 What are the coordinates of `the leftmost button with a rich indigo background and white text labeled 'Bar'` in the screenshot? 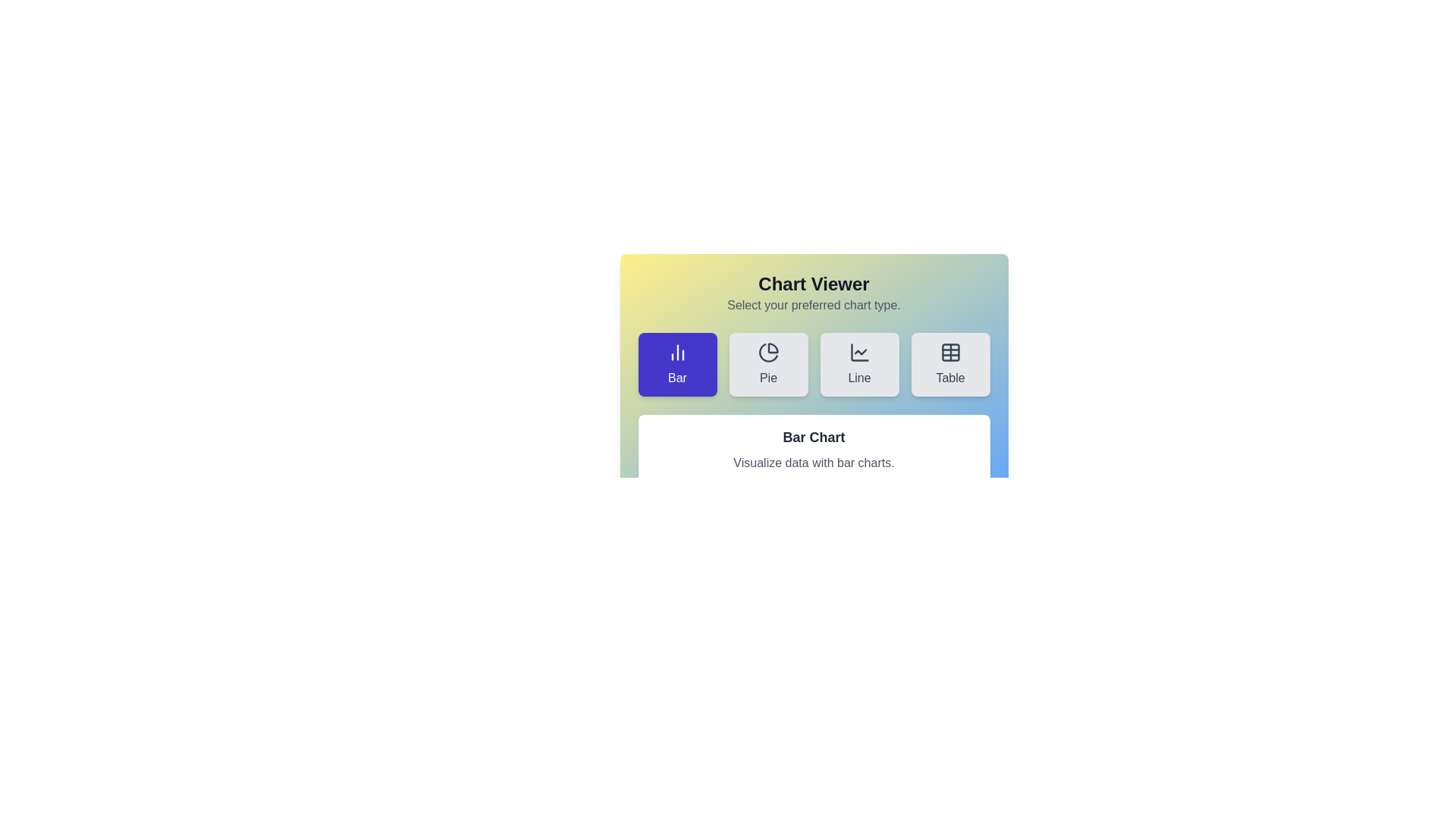 It's located at (676, 365).